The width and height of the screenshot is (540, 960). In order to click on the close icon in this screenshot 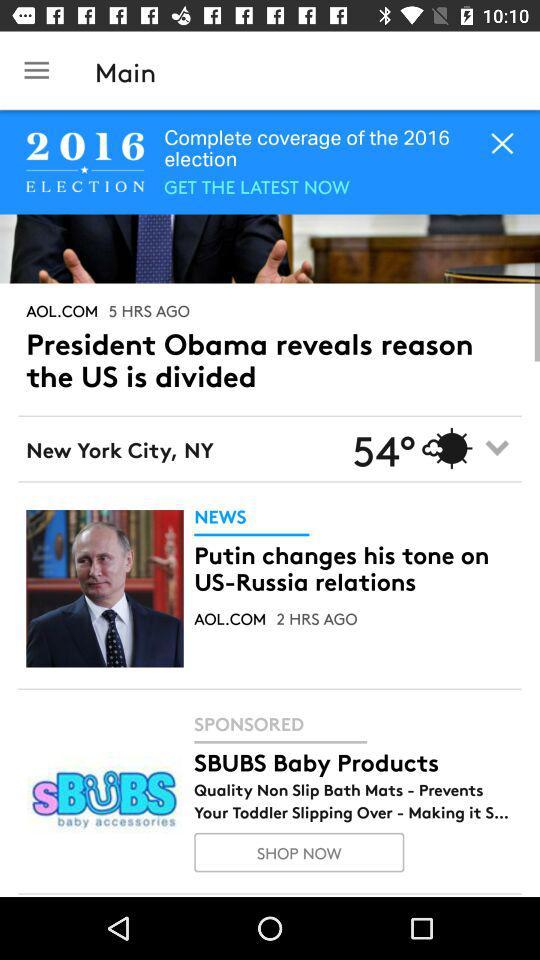, I will do `click(501, 144)`.